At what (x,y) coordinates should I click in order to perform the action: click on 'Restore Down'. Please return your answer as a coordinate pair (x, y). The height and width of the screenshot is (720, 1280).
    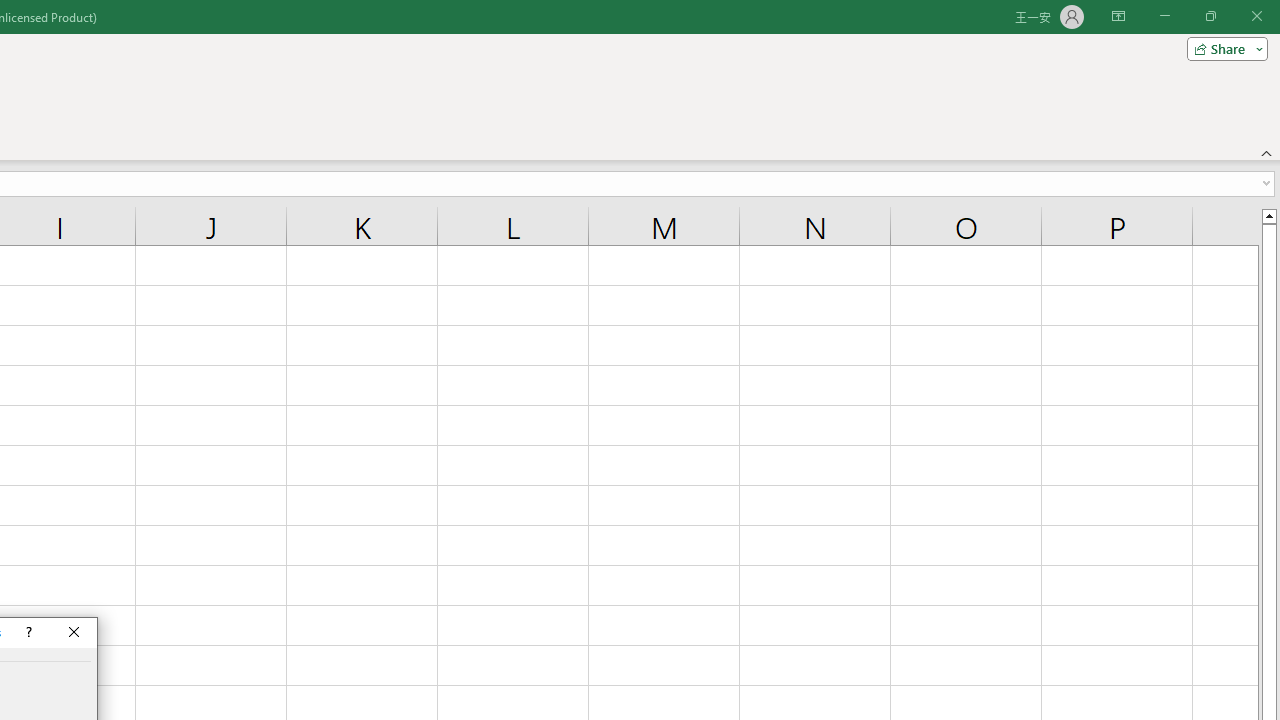
    Looking at the image, I should click on (1209, 16).